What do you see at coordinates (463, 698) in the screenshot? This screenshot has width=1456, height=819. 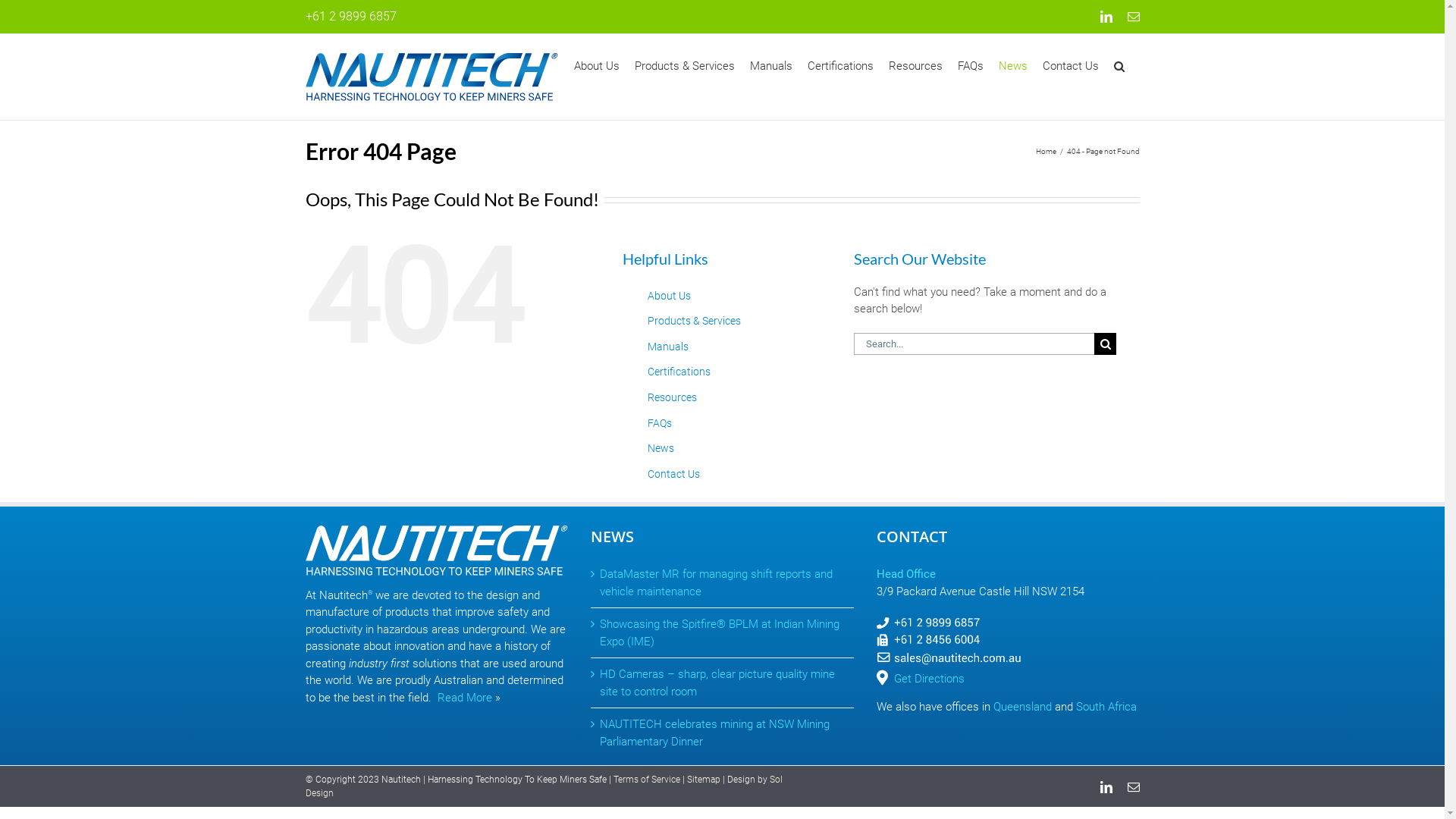 I see `'Read More'` at bounding box center [463, 698].